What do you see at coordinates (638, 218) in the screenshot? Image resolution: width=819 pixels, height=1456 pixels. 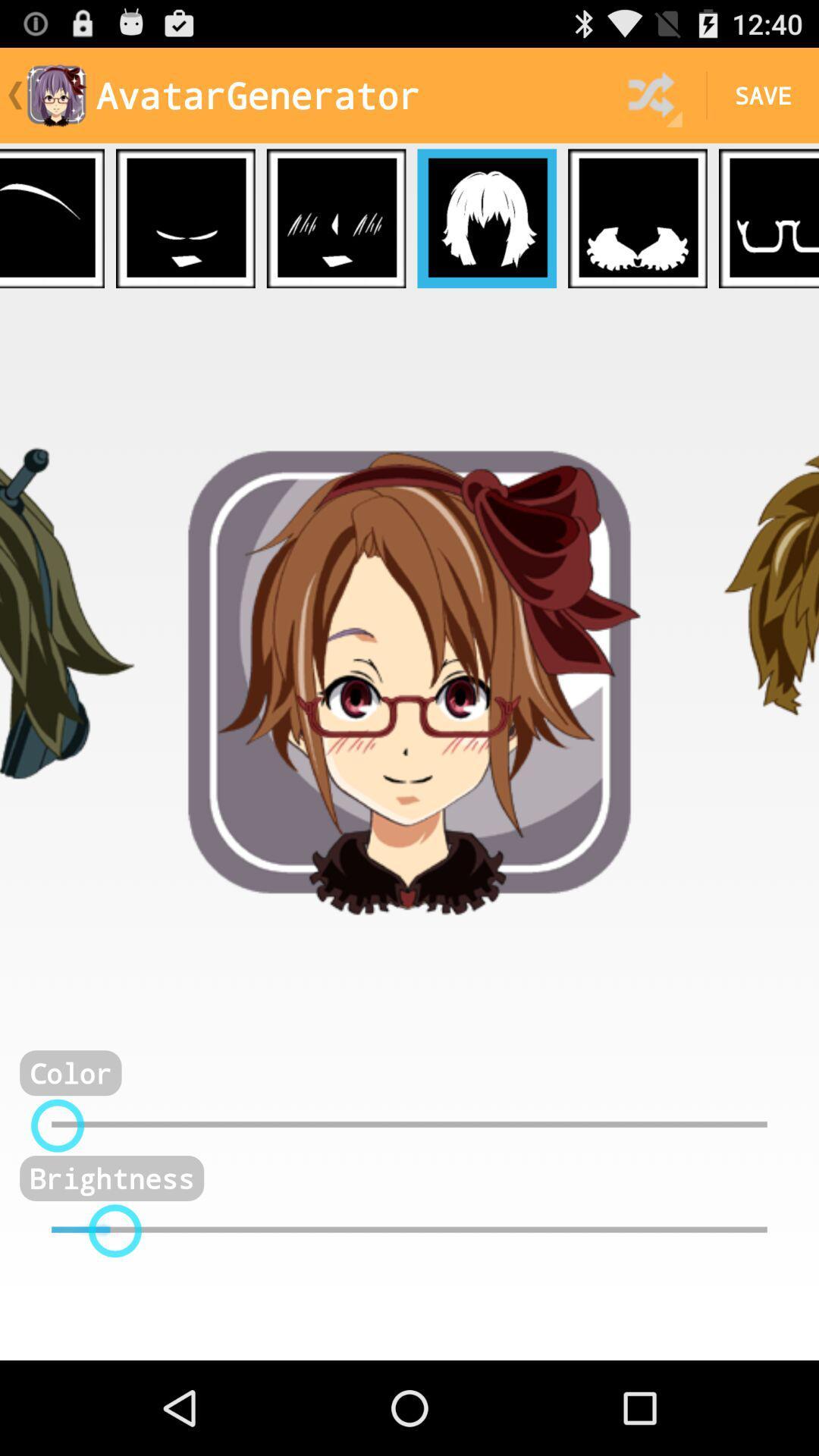 I see `choose outfit` at bounding box center [638, 218].